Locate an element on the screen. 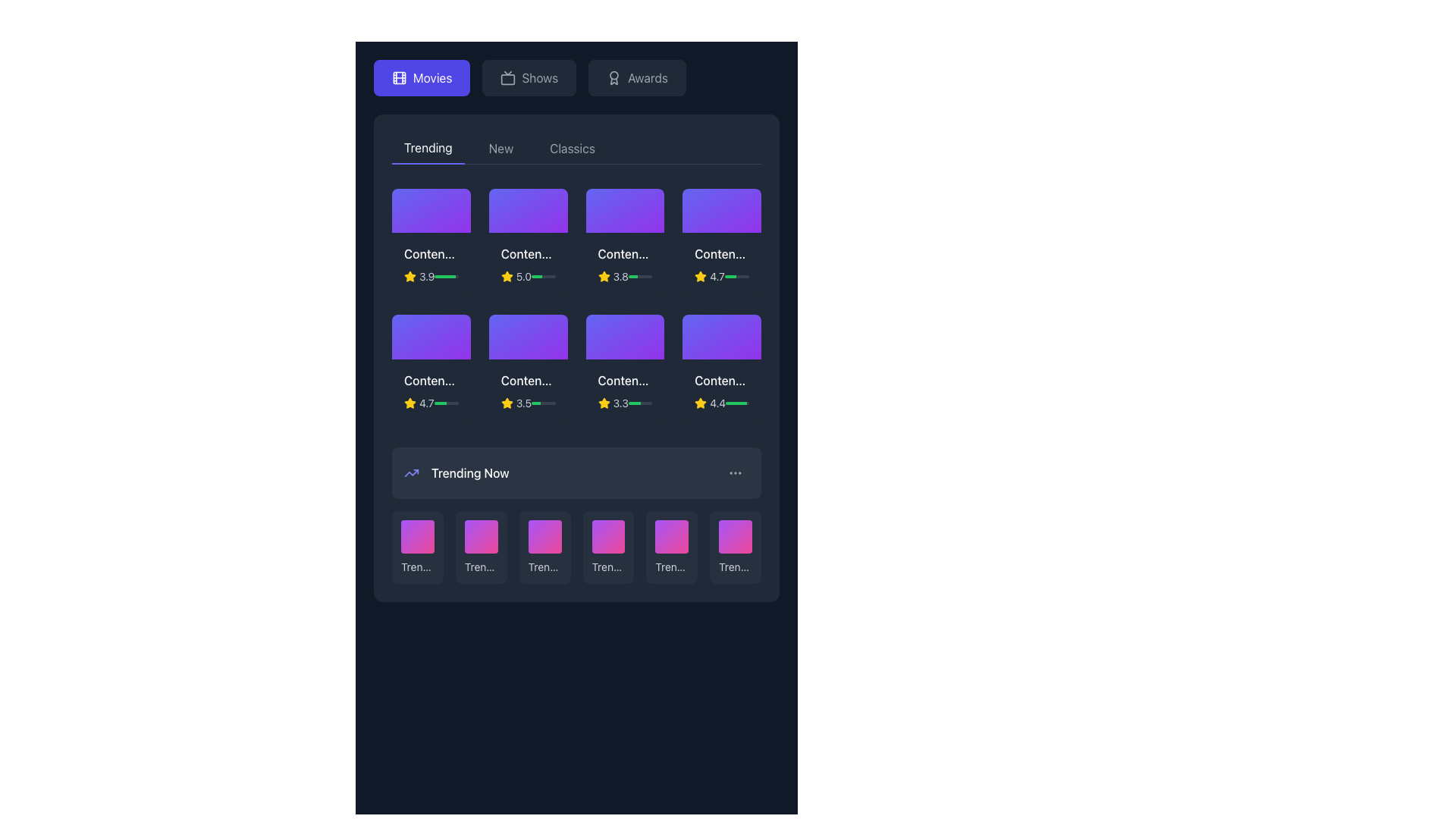 The image size is (1456, 819). the components of the Content card section, which features a title with truncated text 'Conten...', a yellow star rating icon, and a numerical rating '3.5' in the second row and third column of the grid layout is located at coordinates (528, 390).